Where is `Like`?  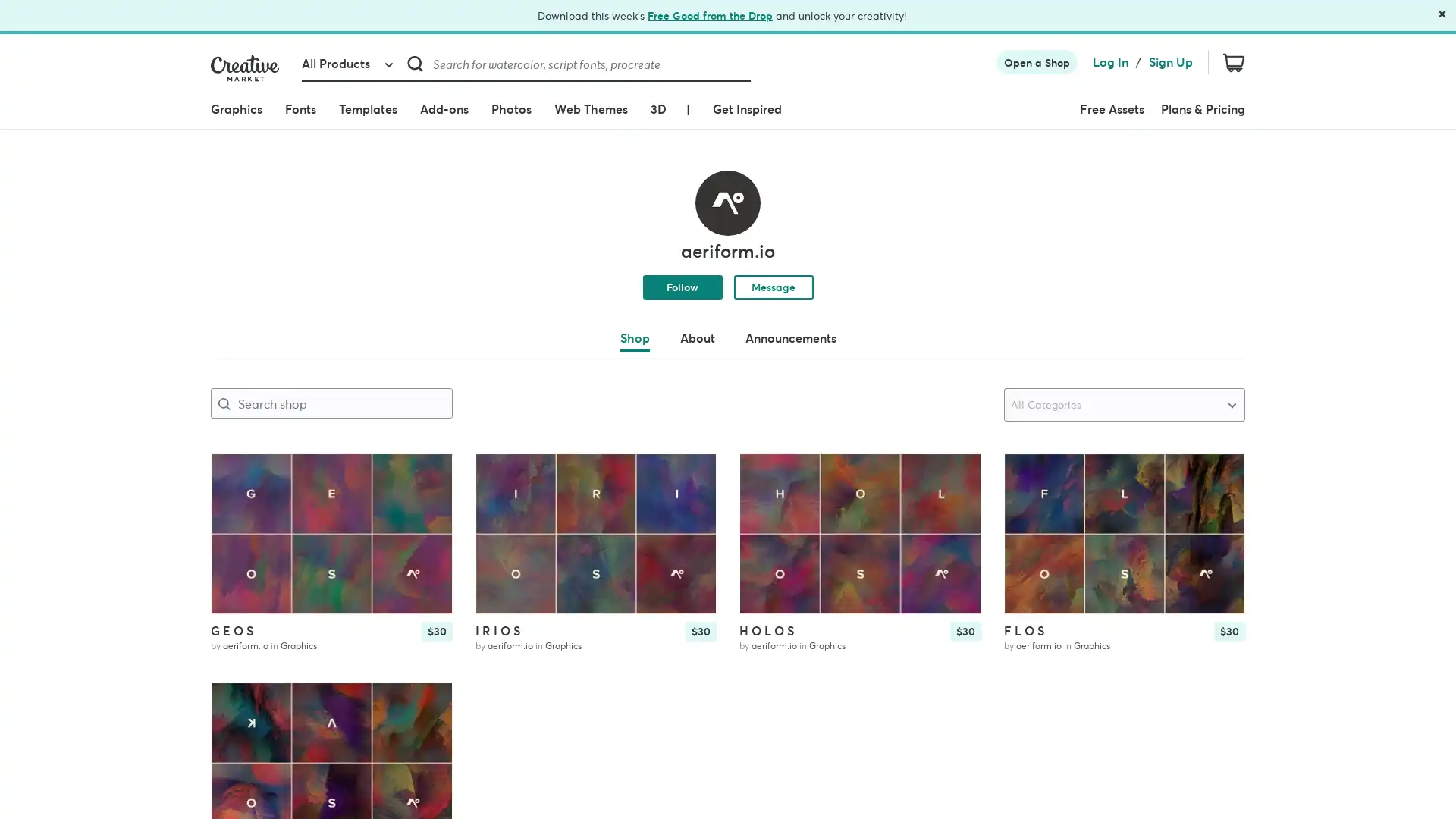 Like is located at coordinates (426, 705).